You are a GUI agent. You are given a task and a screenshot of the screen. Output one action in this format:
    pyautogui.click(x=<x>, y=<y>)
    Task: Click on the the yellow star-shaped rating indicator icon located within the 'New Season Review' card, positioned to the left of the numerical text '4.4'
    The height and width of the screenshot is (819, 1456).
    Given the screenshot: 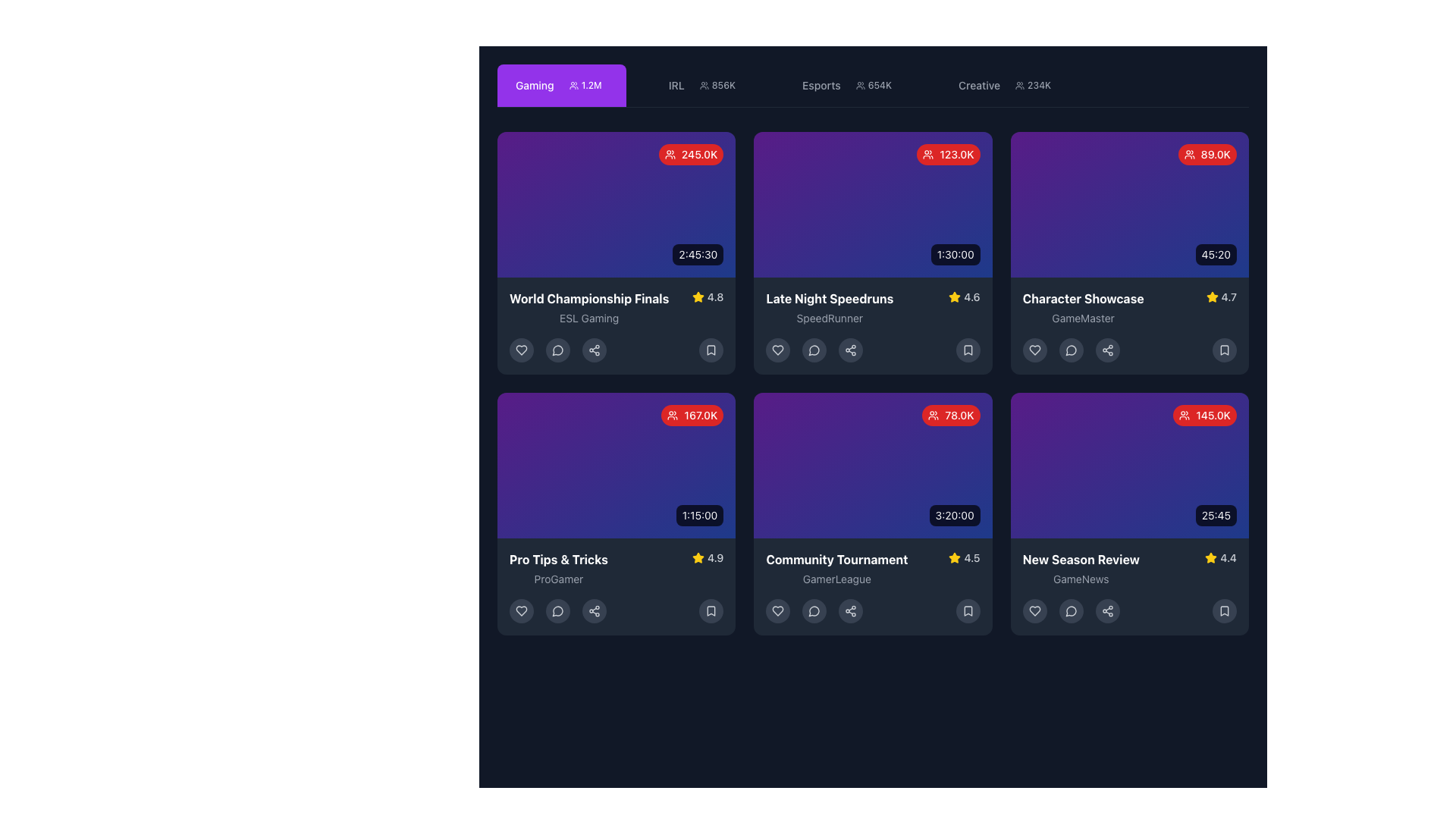 What is the action you would take?
    pyautogui.click(x=1210, y=558)
    